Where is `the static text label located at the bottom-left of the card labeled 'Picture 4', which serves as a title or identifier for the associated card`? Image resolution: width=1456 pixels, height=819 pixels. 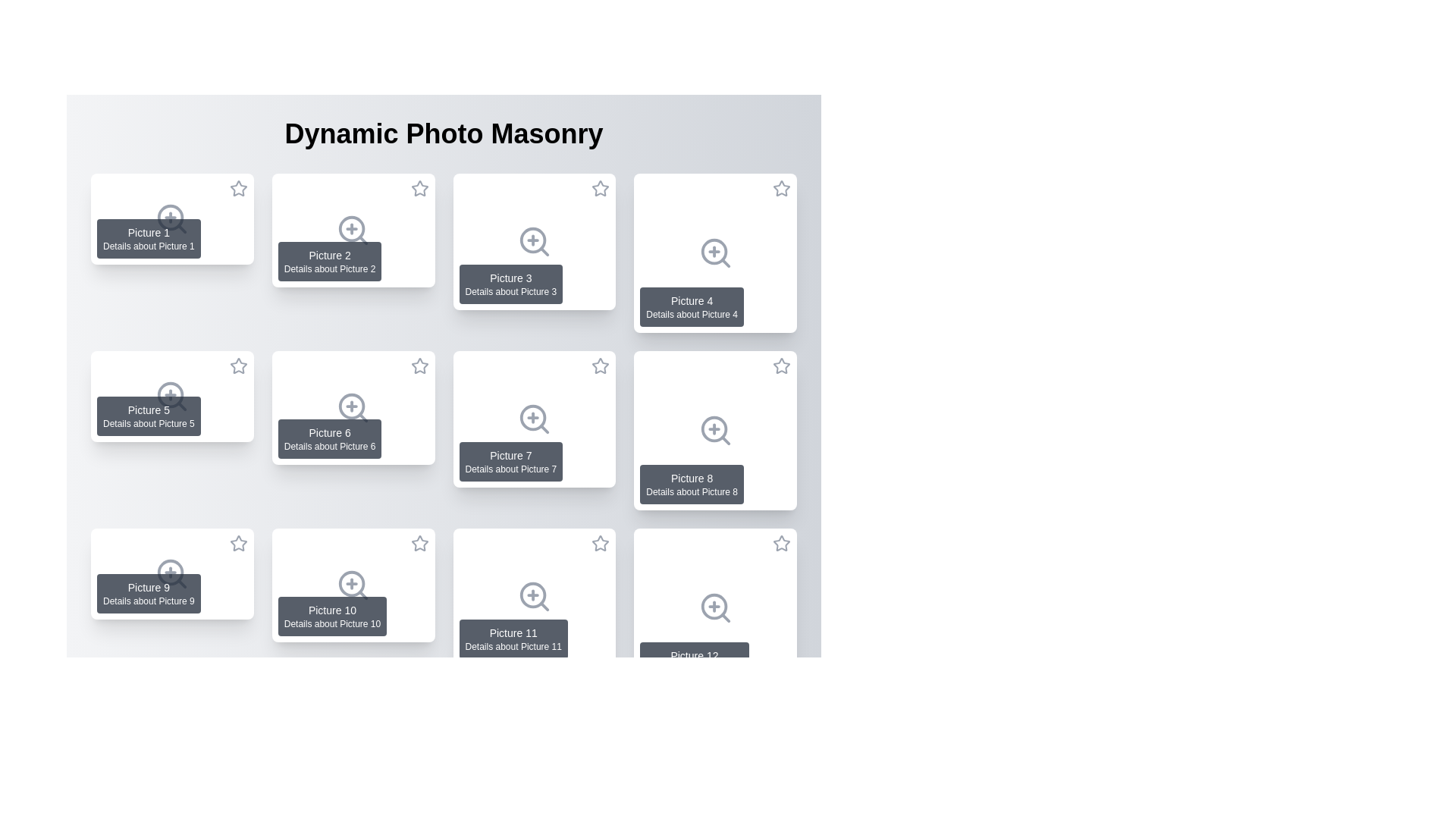 the static text label located at the bottom-left of the card labeled 'Picture 4', which serves as a title or identifier for the associated card is located at coordinates (691, 301).